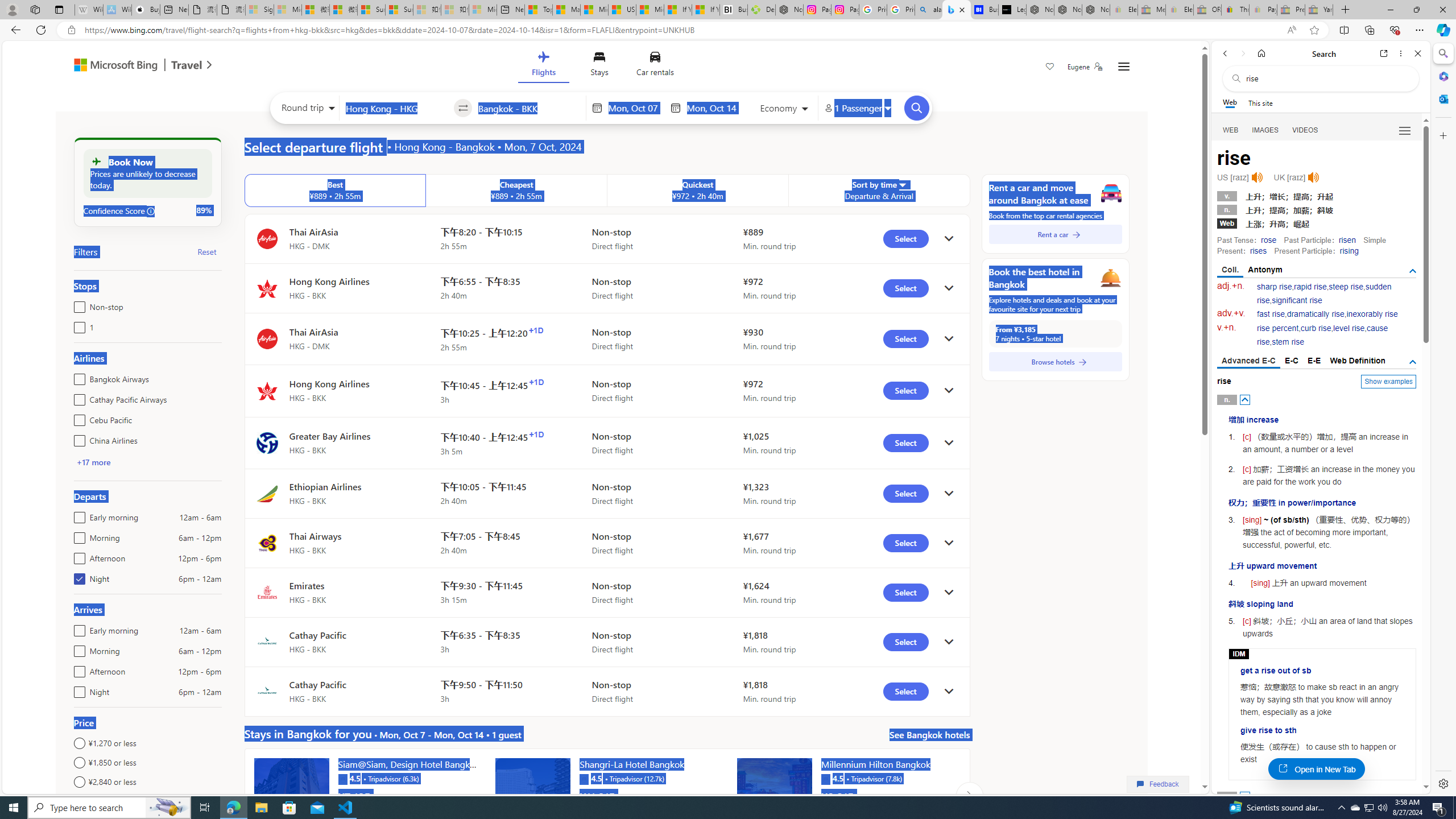  I want to click on 'Eugene', so click(1085, 66).